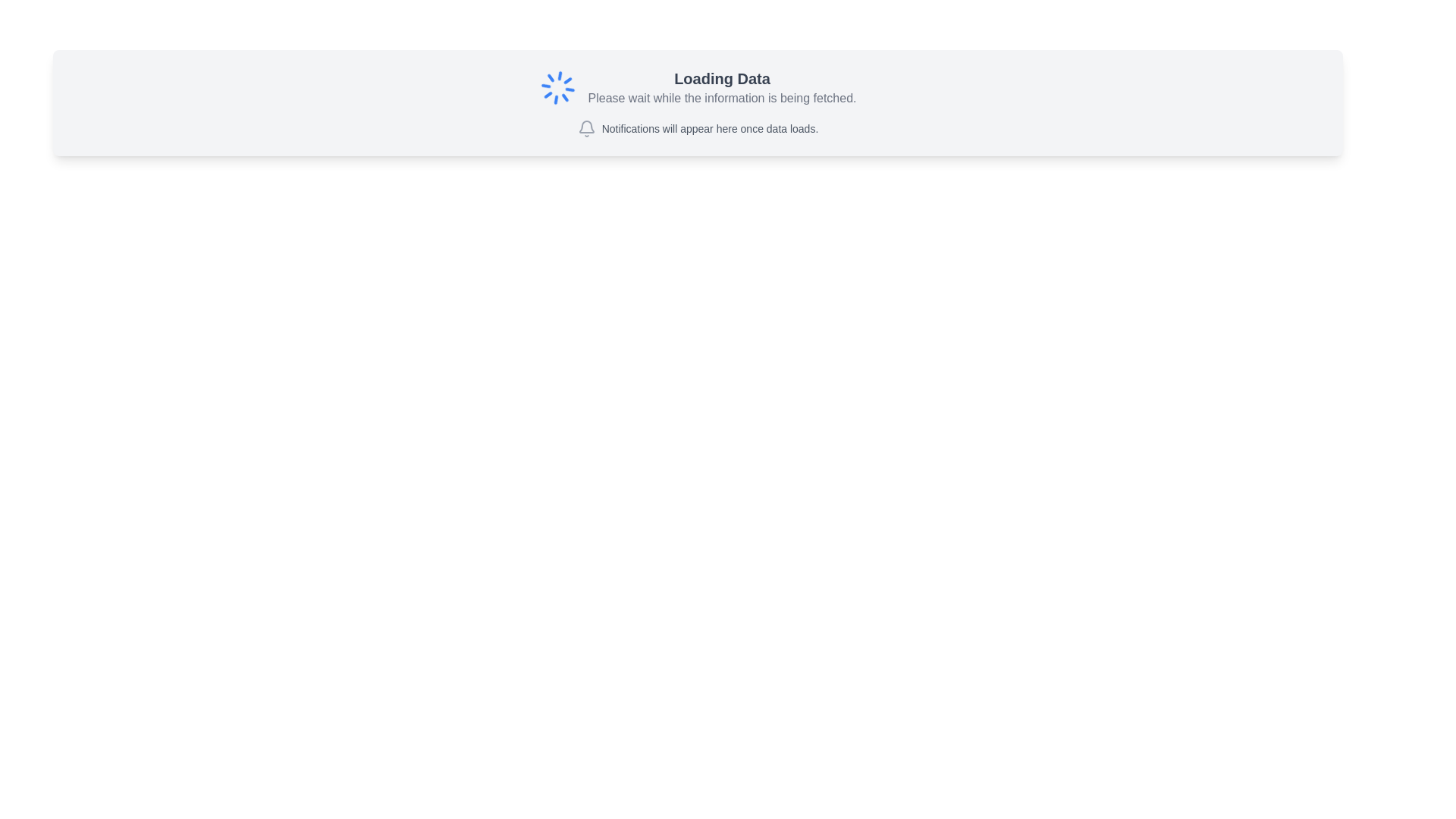 The height and width of the screenshot is (819, 1456). What do you see at coordinates (585, 127) in the screenshot?
I see `the bell icon representing notifications, which is located beside the text 'Notifications will appear here once data loads.'` at bounding box center [585, 127].